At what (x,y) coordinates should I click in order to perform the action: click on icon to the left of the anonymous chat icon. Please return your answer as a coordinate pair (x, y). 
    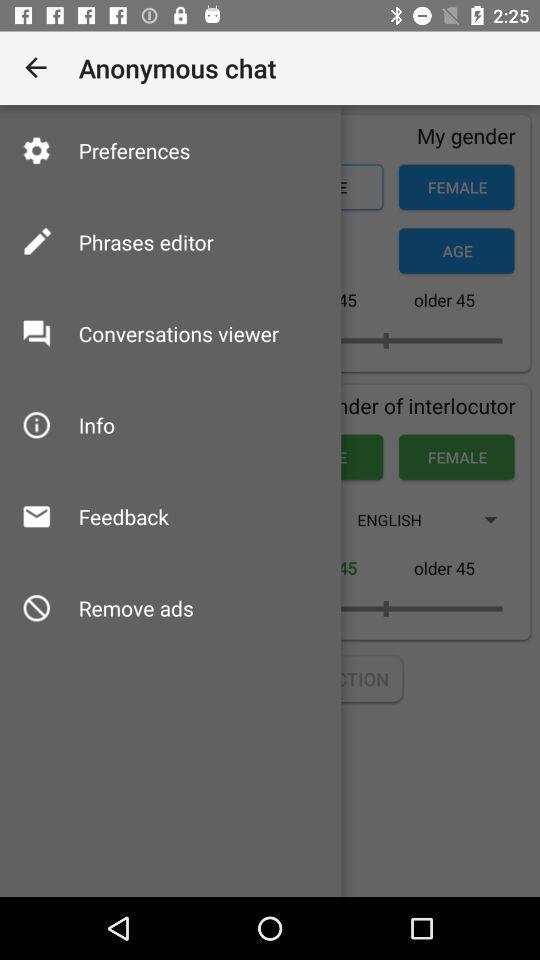
    Looking at the image, I should click on (36, 68).